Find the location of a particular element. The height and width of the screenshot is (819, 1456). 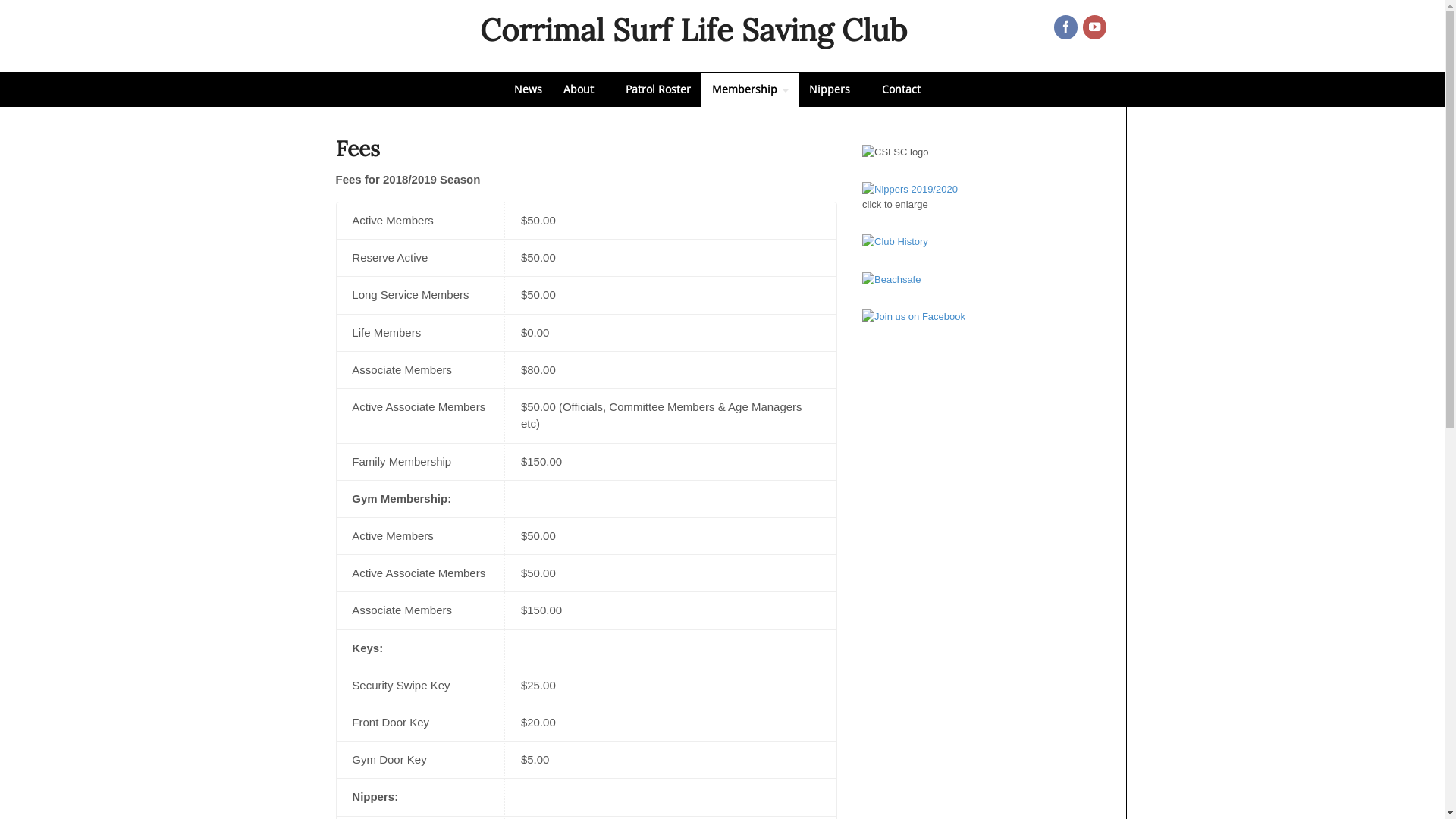

'About' is located at coordinates (551, 89).